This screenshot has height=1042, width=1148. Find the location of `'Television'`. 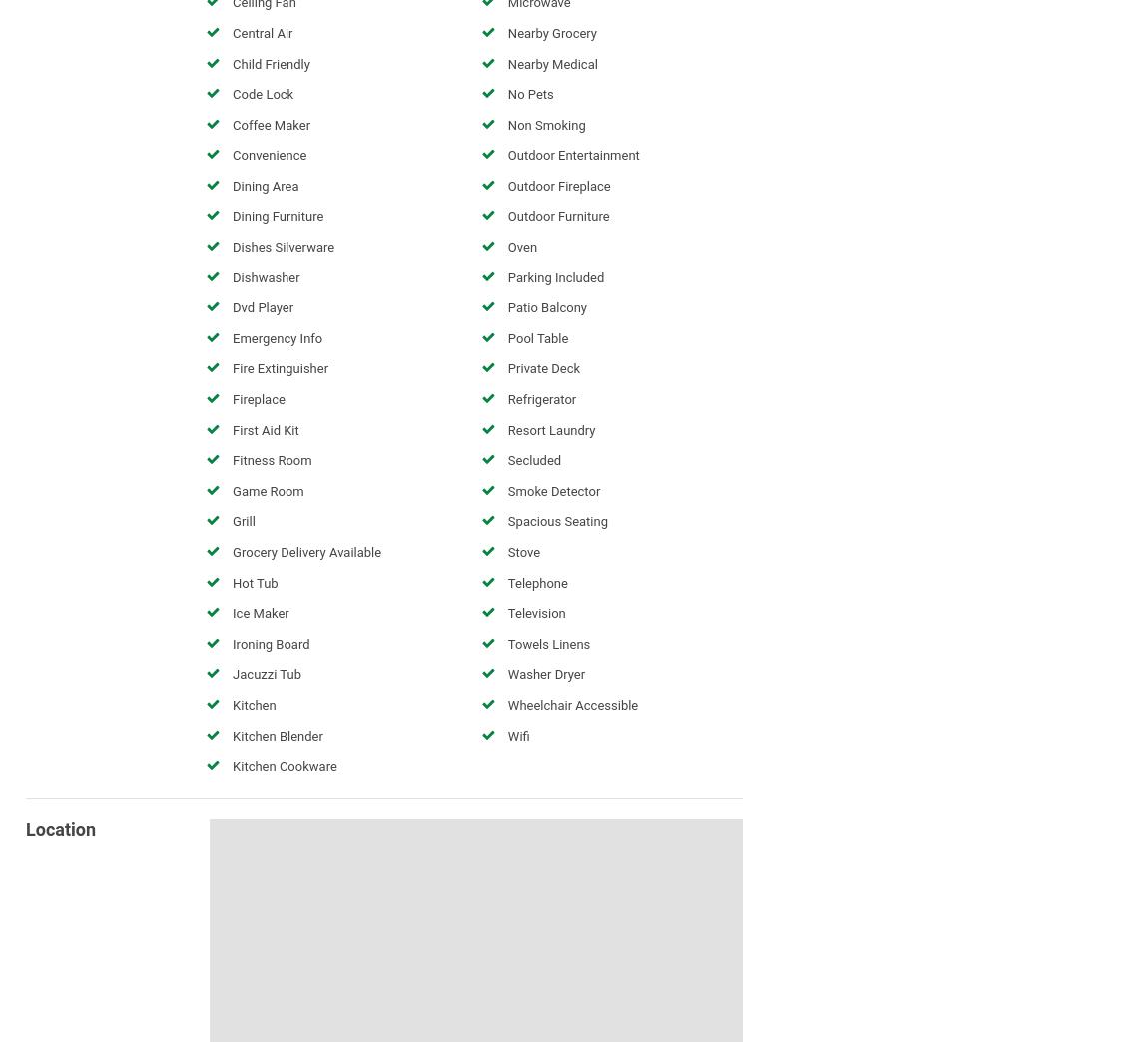

'Television' is located at coordinates (536, 613).